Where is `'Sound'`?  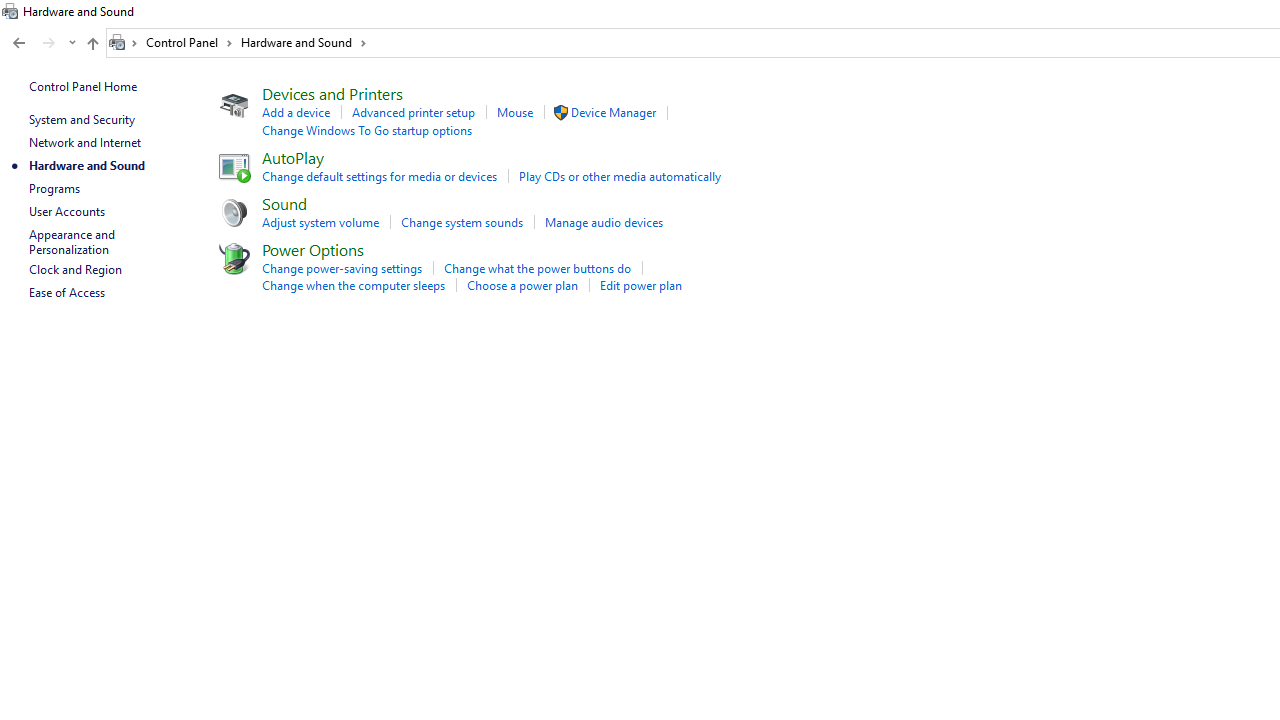
'Sound' is located at coordinates (283, 203).